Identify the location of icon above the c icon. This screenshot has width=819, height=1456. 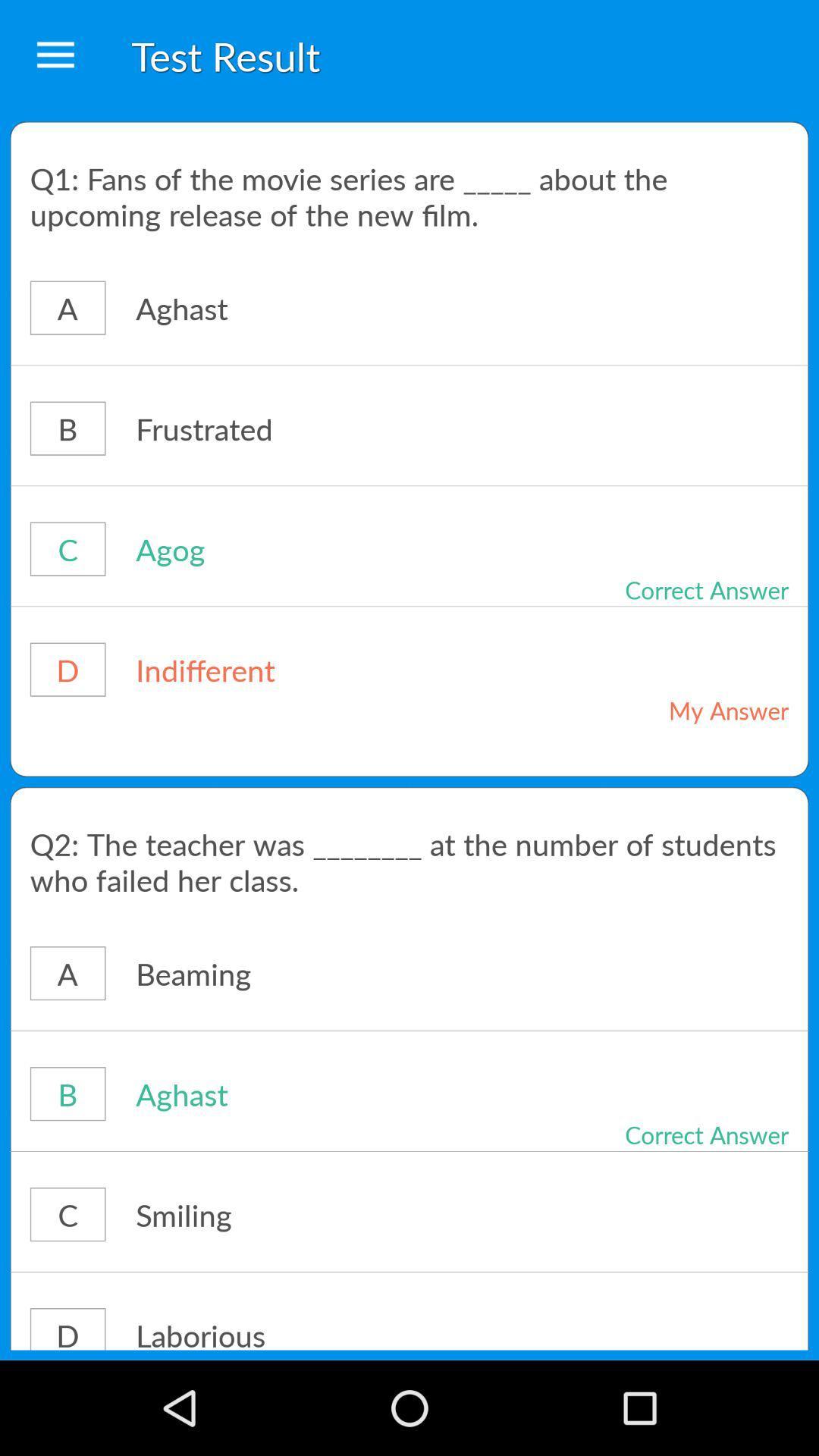
(409, 1151).